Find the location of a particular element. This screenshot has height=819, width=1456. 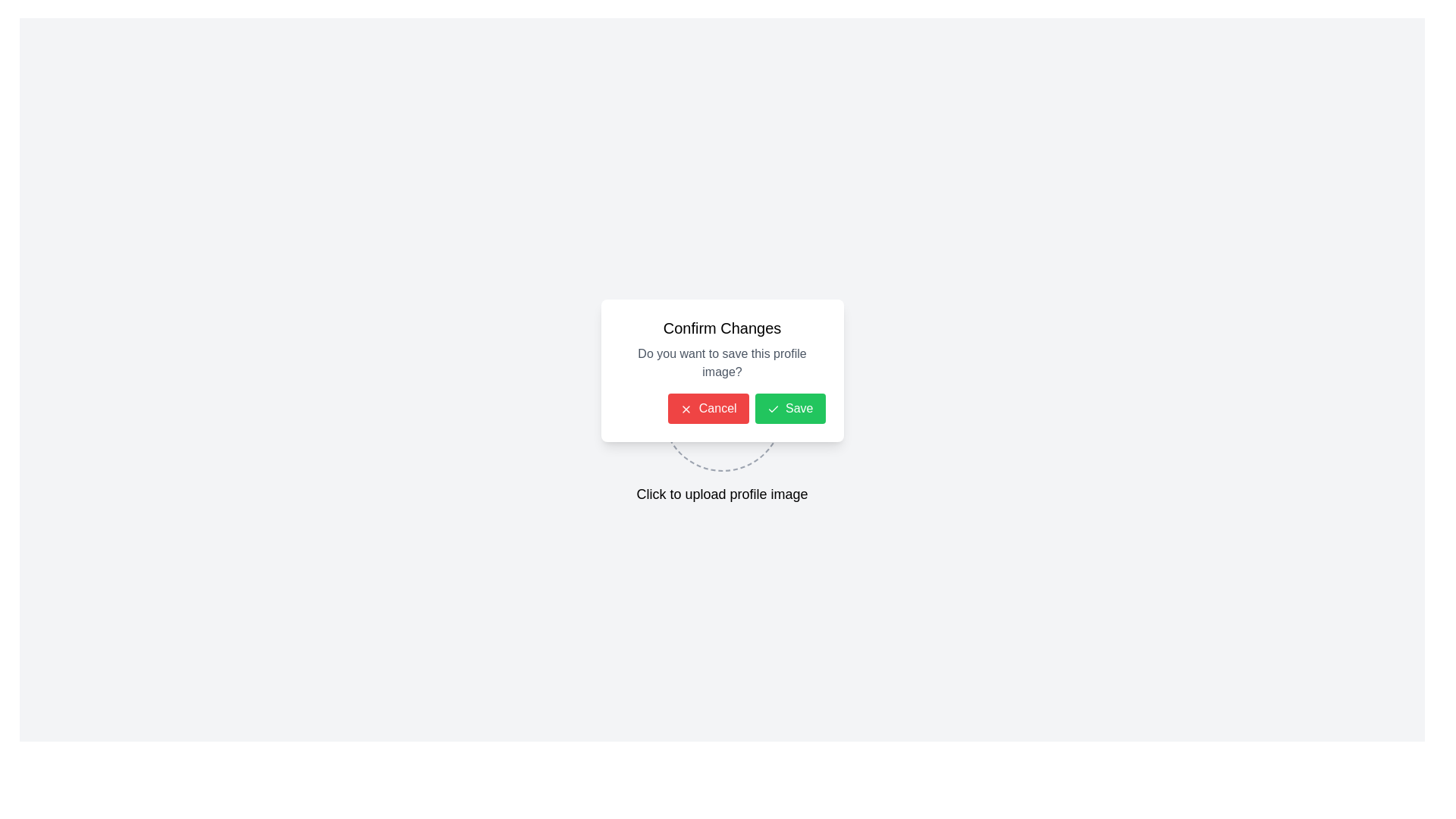

the leftmost button in the modal dialog is located at coordinates (708, 408).